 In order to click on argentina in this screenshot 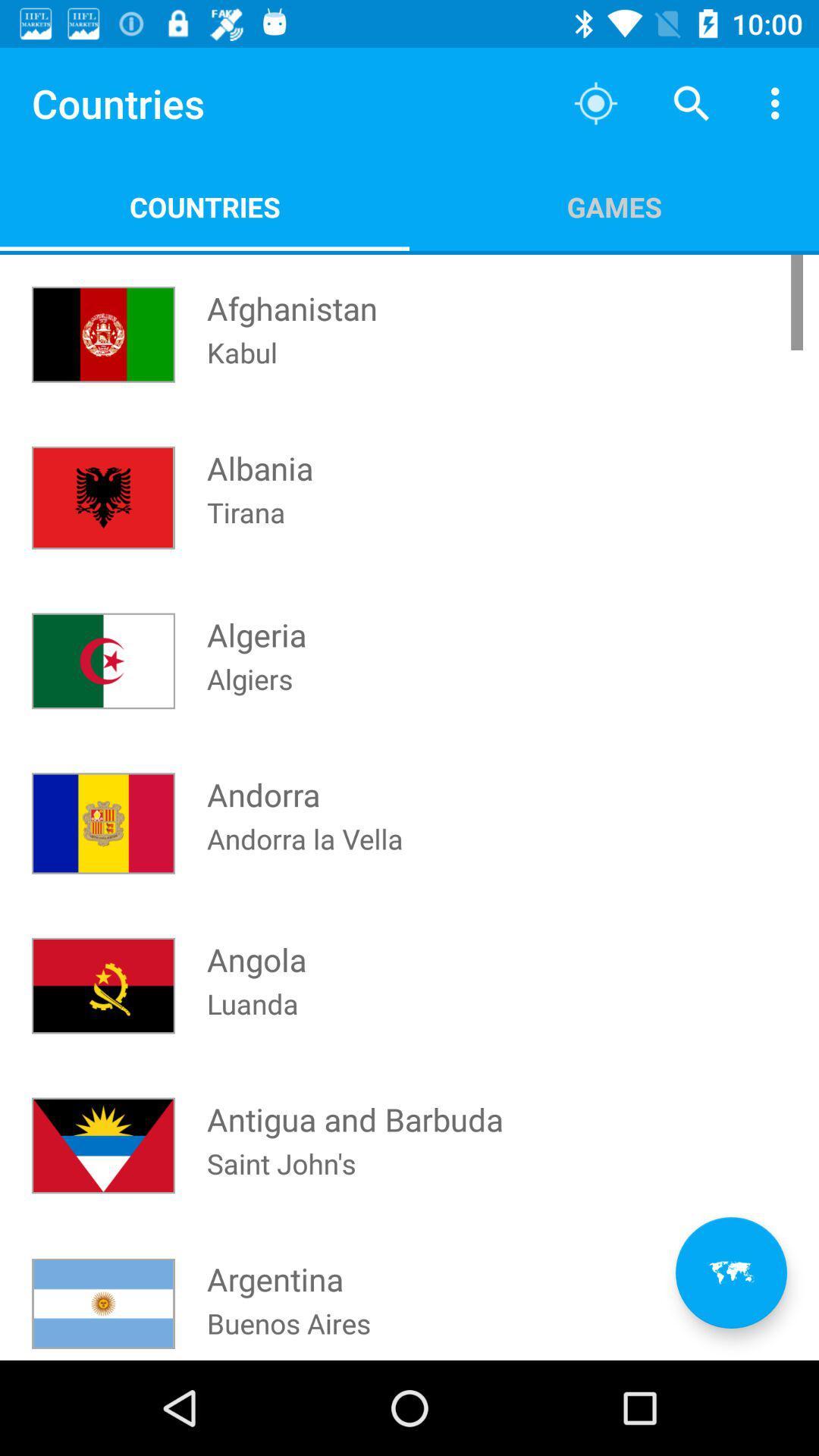, I will do `click(275, 1265)`.